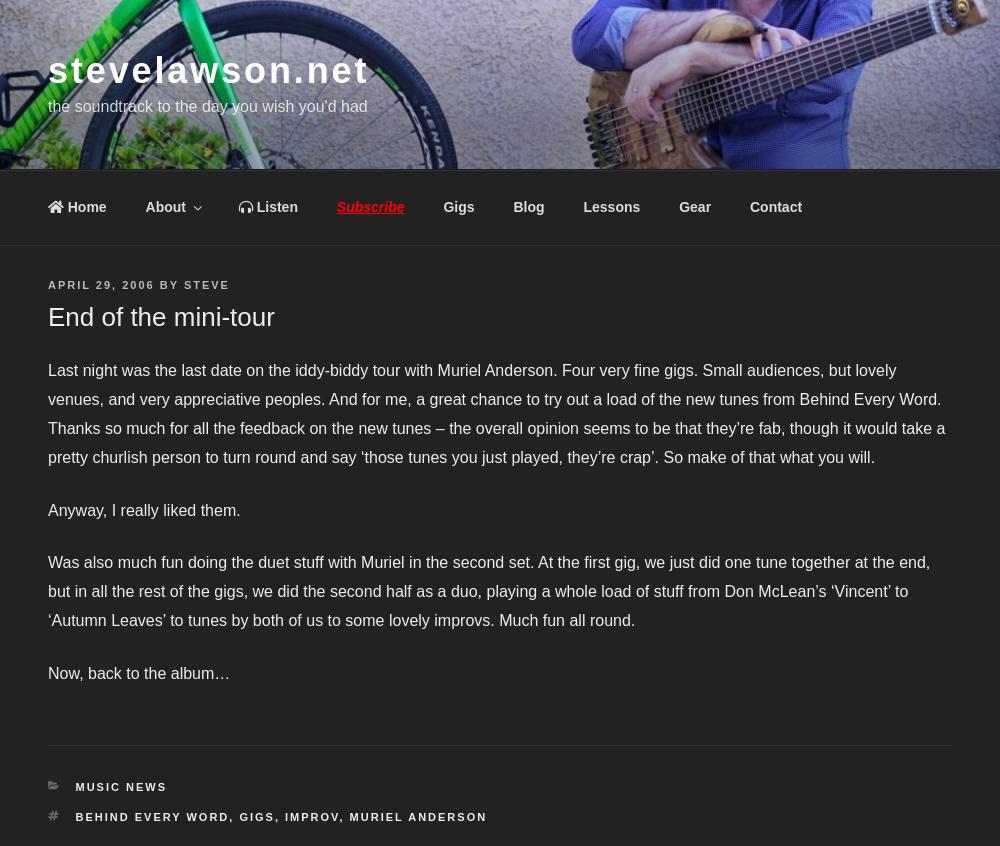 Image resolution: width=1000 pixels, height=846 pixels. What do you see at coordinates (74, 786) in the screenshot?
I see `'Music News'` at bounding box center [74, 786].